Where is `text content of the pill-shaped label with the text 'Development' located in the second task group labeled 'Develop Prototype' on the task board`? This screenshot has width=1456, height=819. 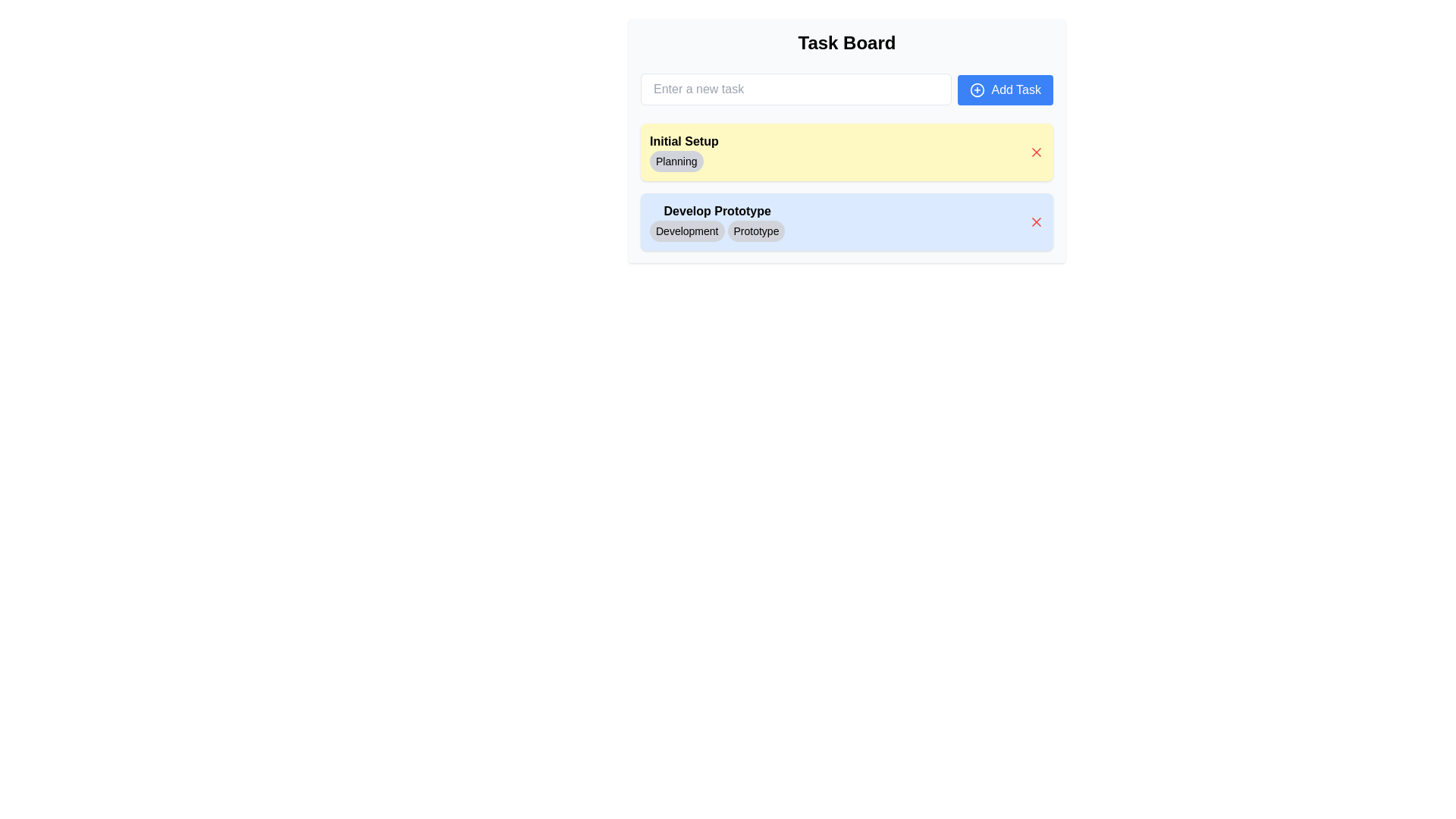
text content of the pill-shaped label with the text 'Development' located in the second task group labeled 'Develop Prototype' on the task board is located at coordinates (686, 231).